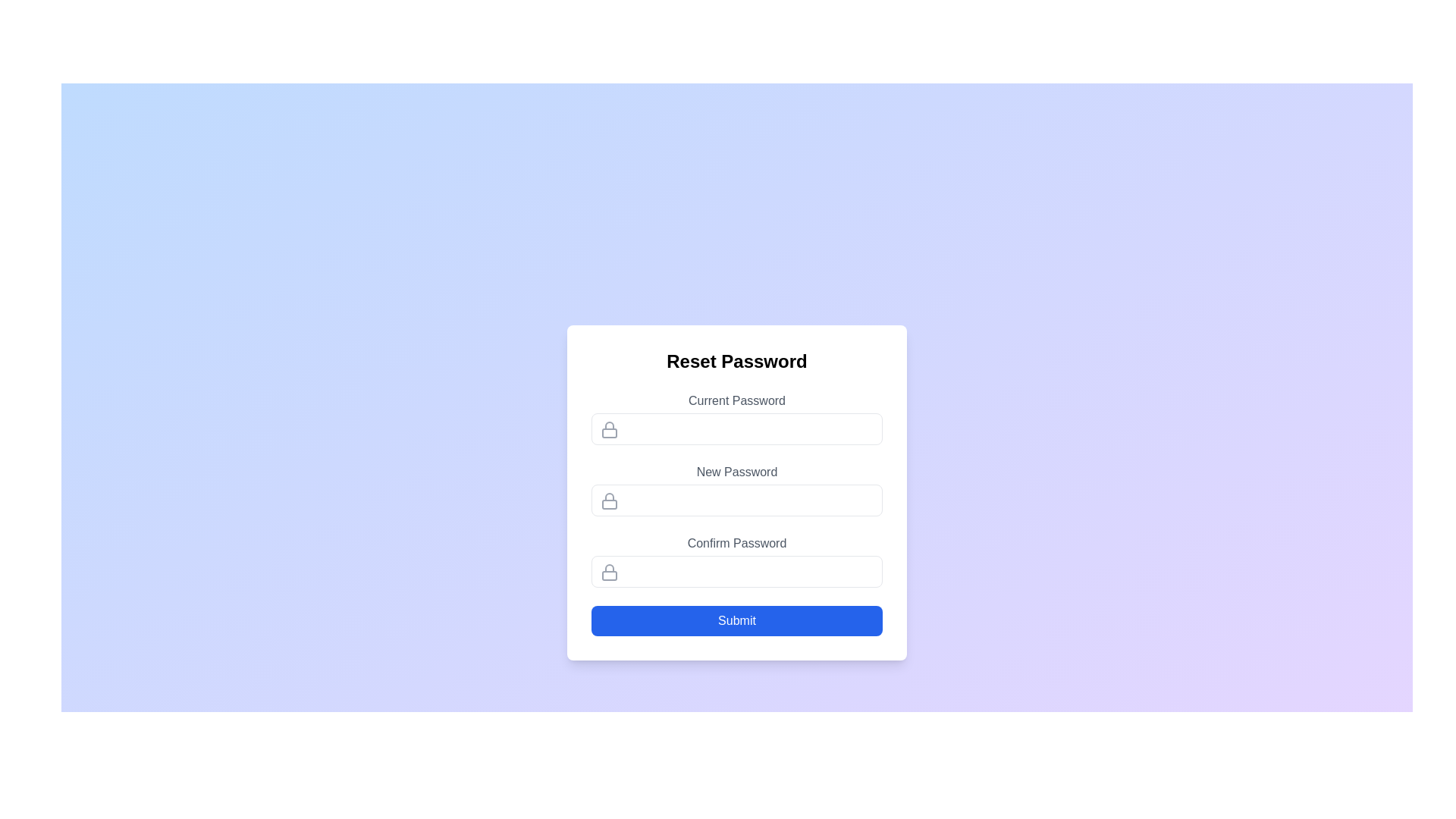 The height and width of the screenshot is (819, 1456). Describe the element at coordinates (610, 430) in the screenshot. I see `the lock icon located inside the 'Current Password' input field, which is a gray lock-shaped icon positioned towards the left side of the field` at that location.